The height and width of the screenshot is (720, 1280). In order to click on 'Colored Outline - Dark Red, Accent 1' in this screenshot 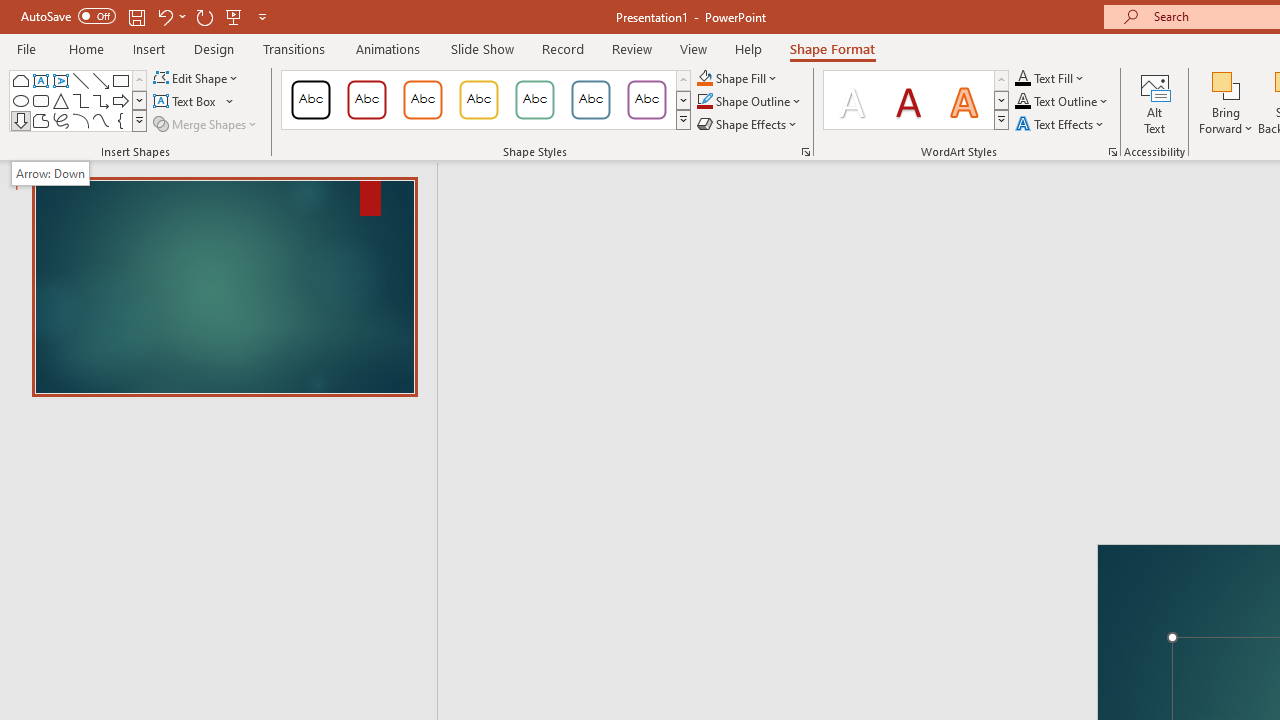, I will do `click(367, 100)`.